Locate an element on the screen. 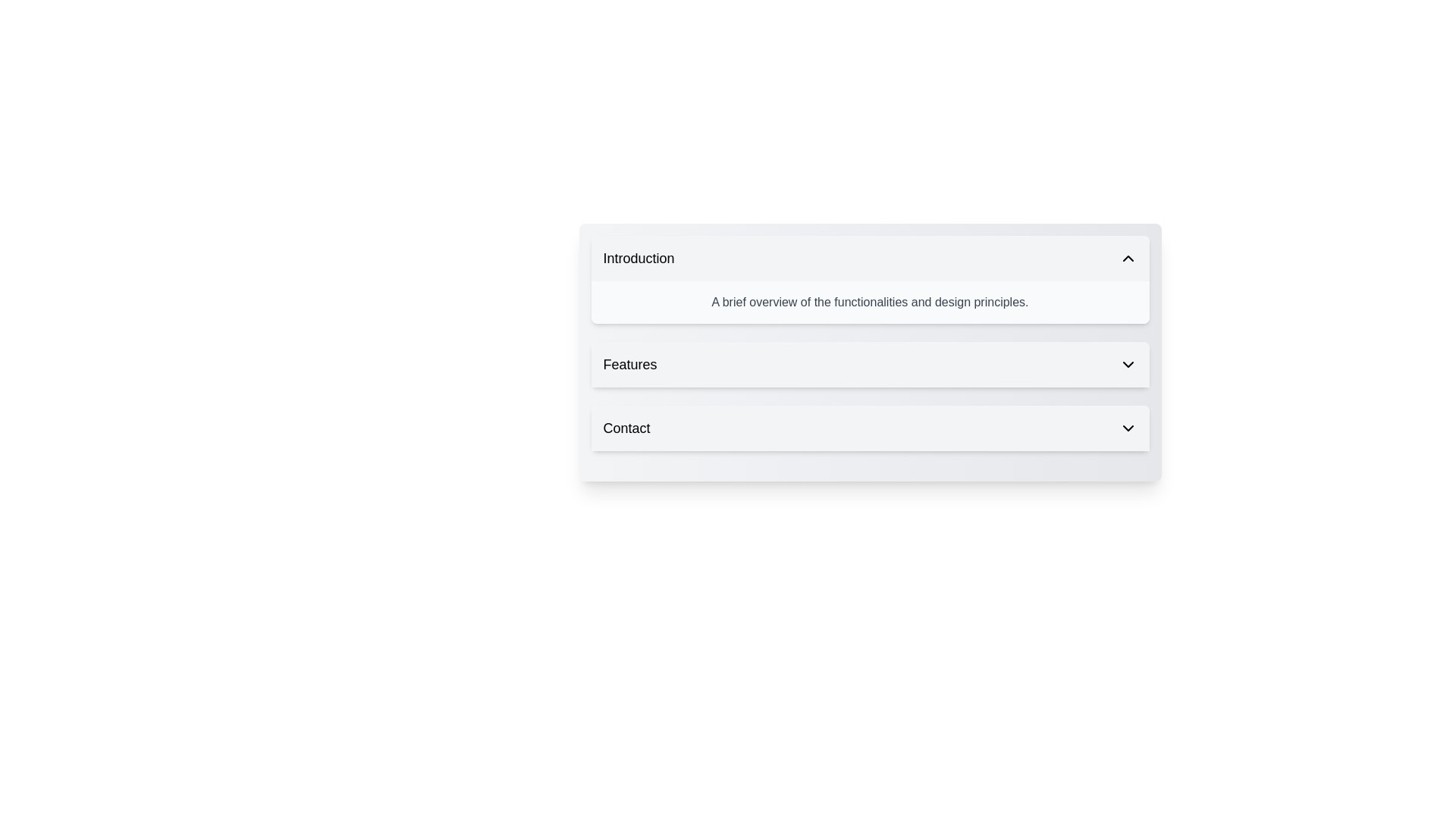 This screenshot has width=1456, height=819. the chevron icon located at the far-right side of the 'Introduction' header section is located at coordinates (1128, 257).